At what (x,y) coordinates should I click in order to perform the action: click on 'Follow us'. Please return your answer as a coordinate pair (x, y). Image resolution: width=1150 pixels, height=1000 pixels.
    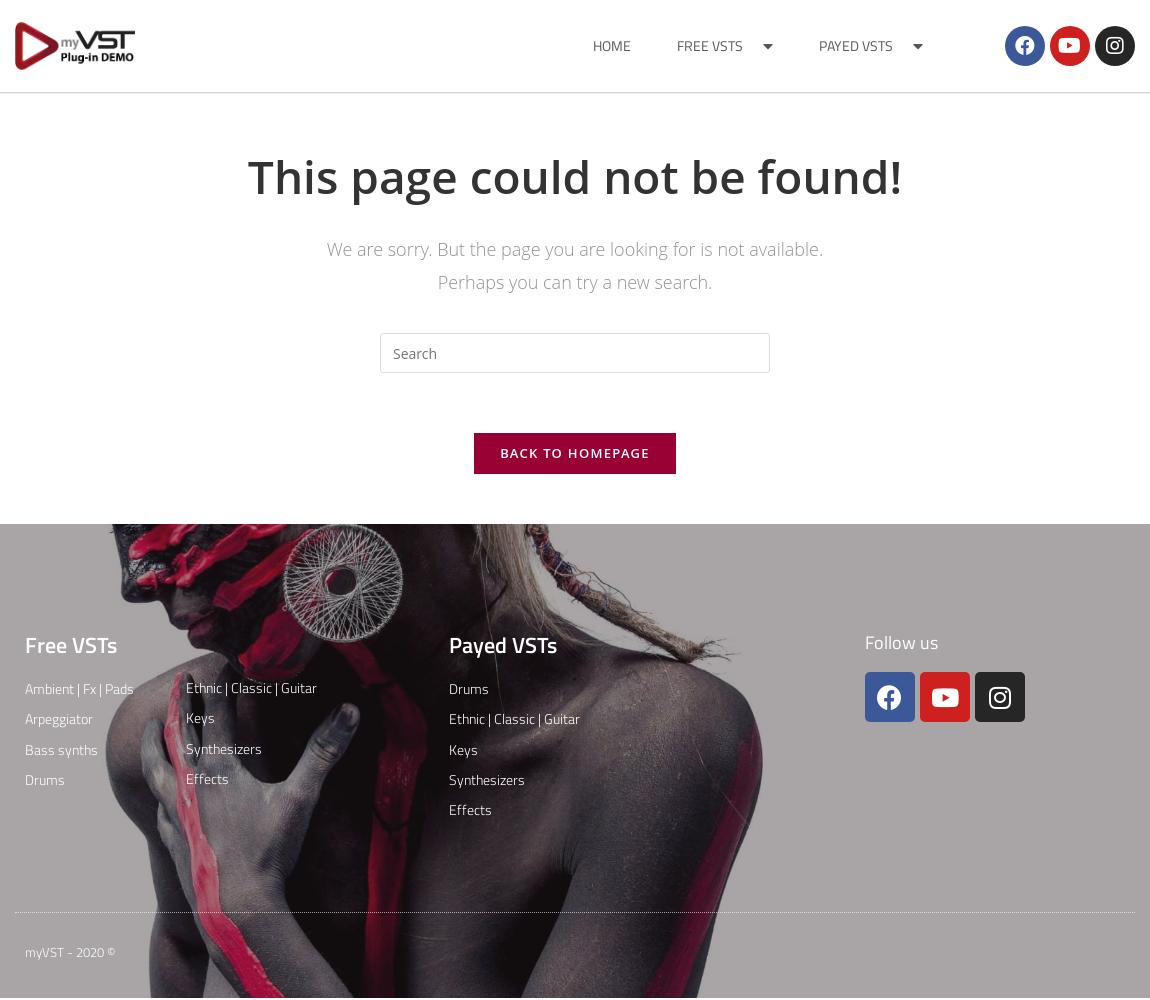
    Looking at the image, I should click on (863, 642).